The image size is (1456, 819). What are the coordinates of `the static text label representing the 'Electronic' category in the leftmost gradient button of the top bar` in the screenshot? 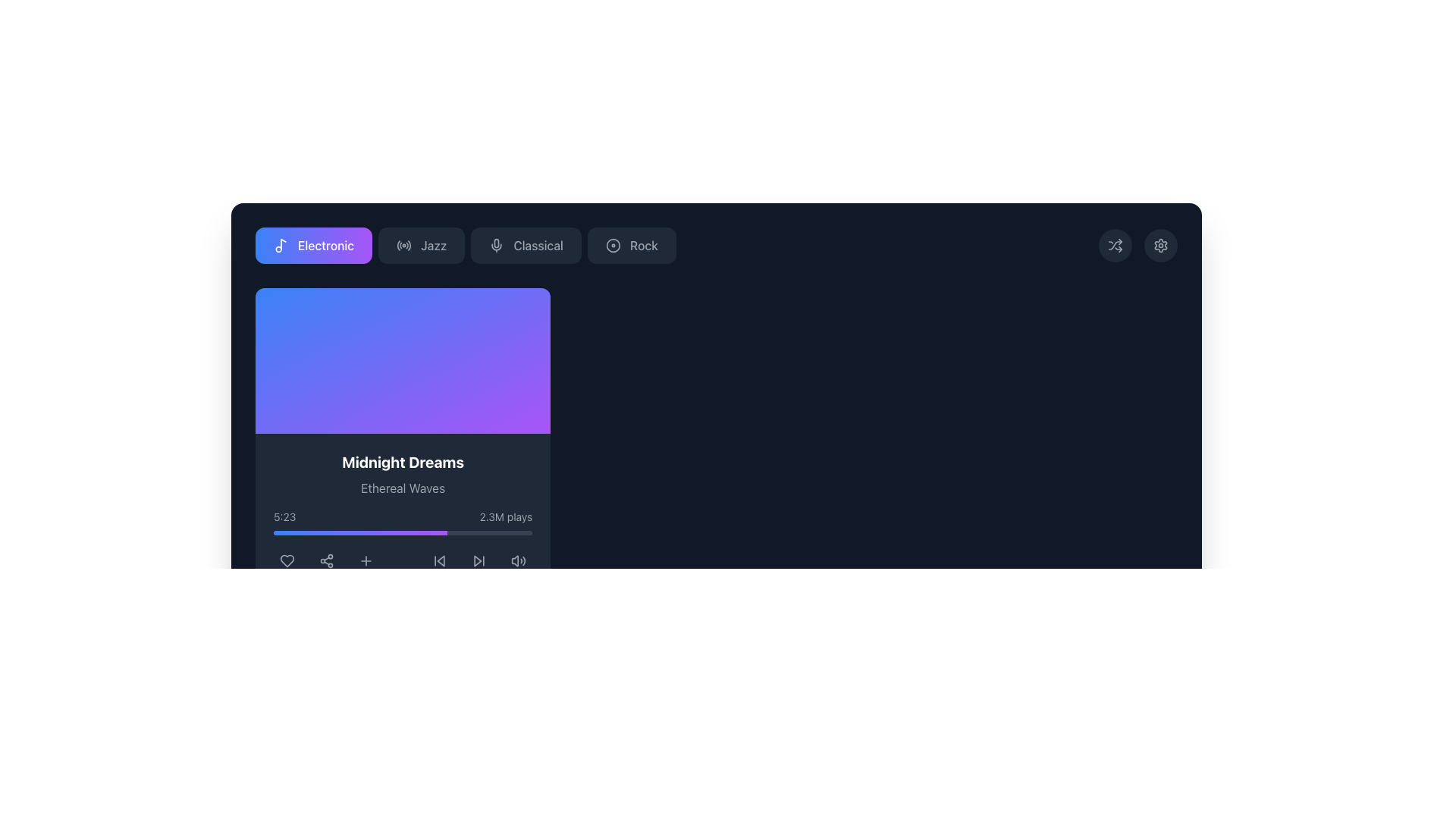 It's located at (325, 245).